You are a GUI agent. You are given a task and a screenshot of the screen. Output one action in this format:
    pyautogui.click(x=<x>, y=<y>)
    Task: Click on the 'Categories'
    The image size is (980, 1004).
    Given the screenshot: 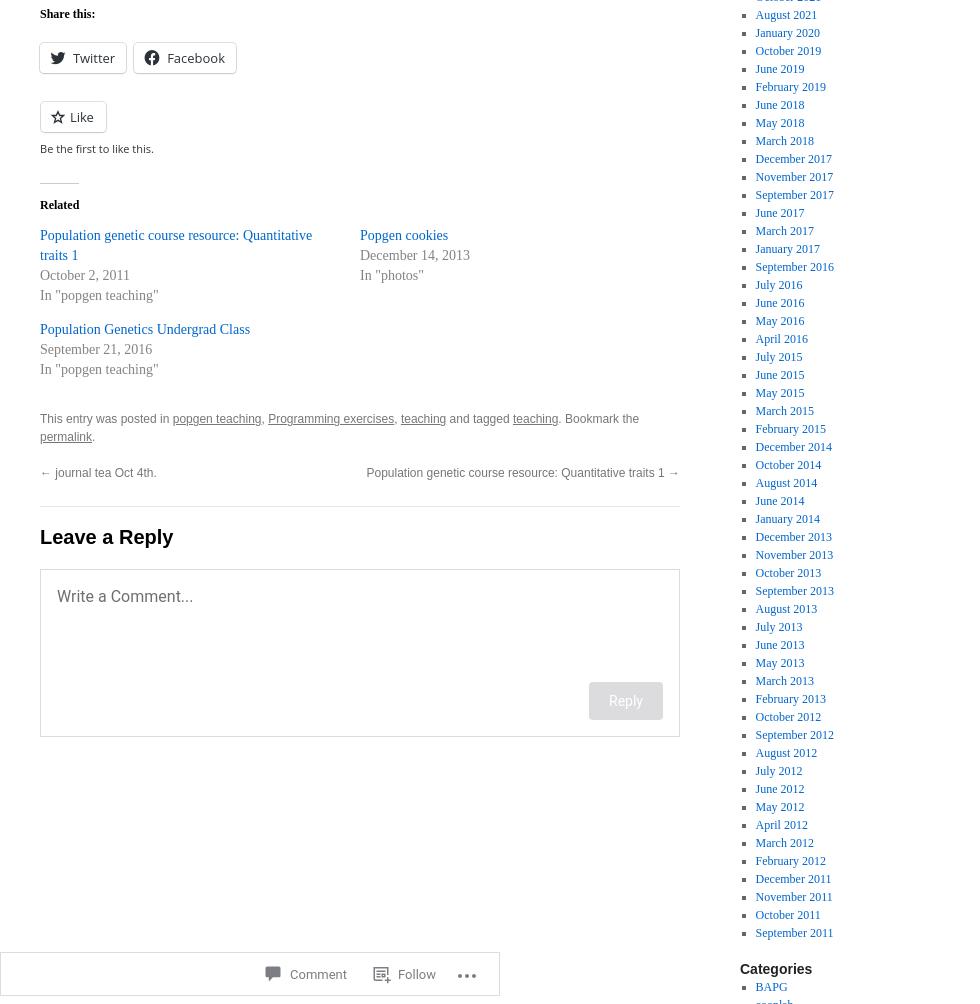 What is the action you would take?
    pyautogui.click(x=775, y=967)
    